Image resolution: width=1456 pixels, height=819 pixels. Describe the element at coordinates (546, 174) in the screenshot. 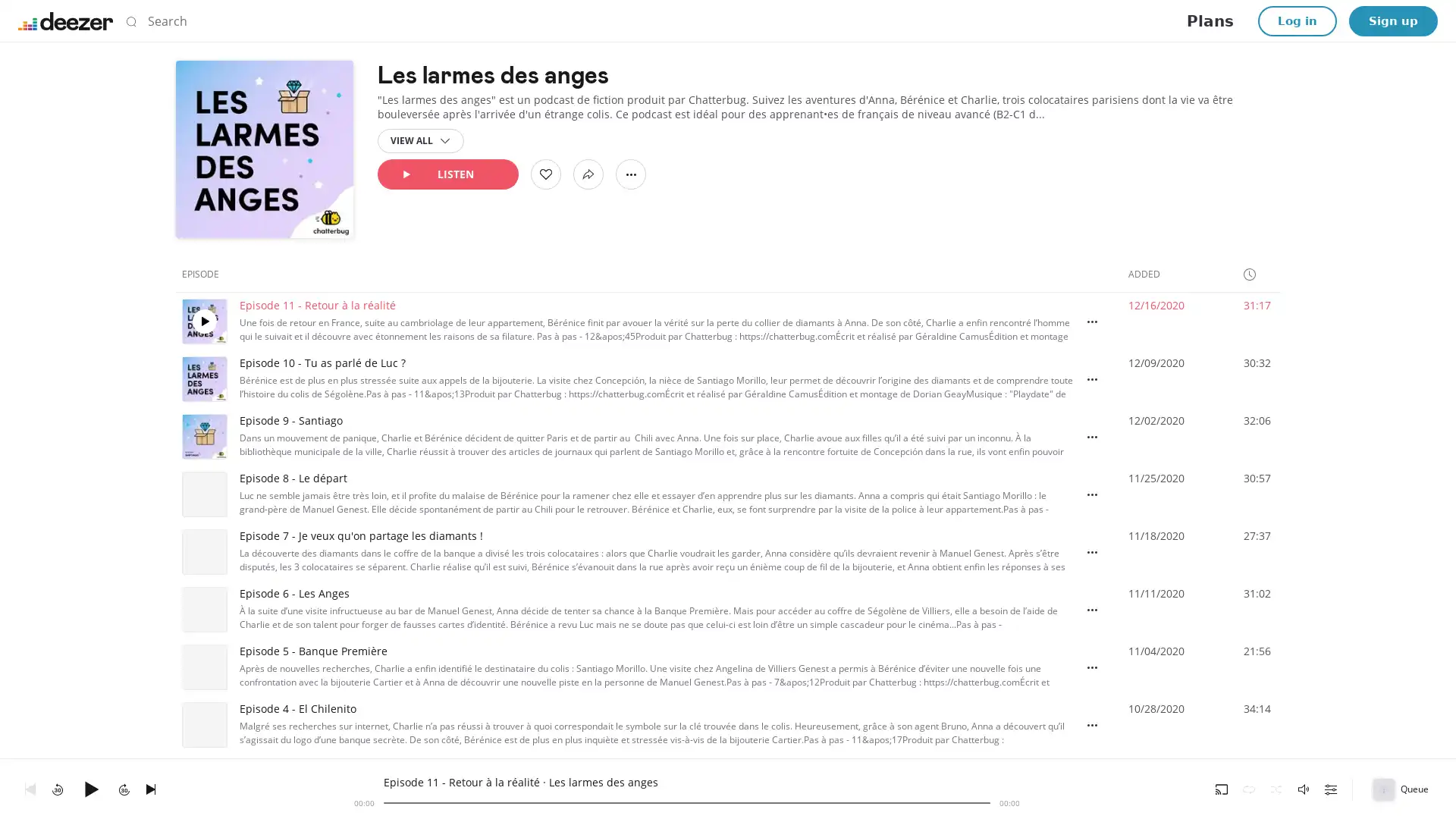

I see `Add` at that location.